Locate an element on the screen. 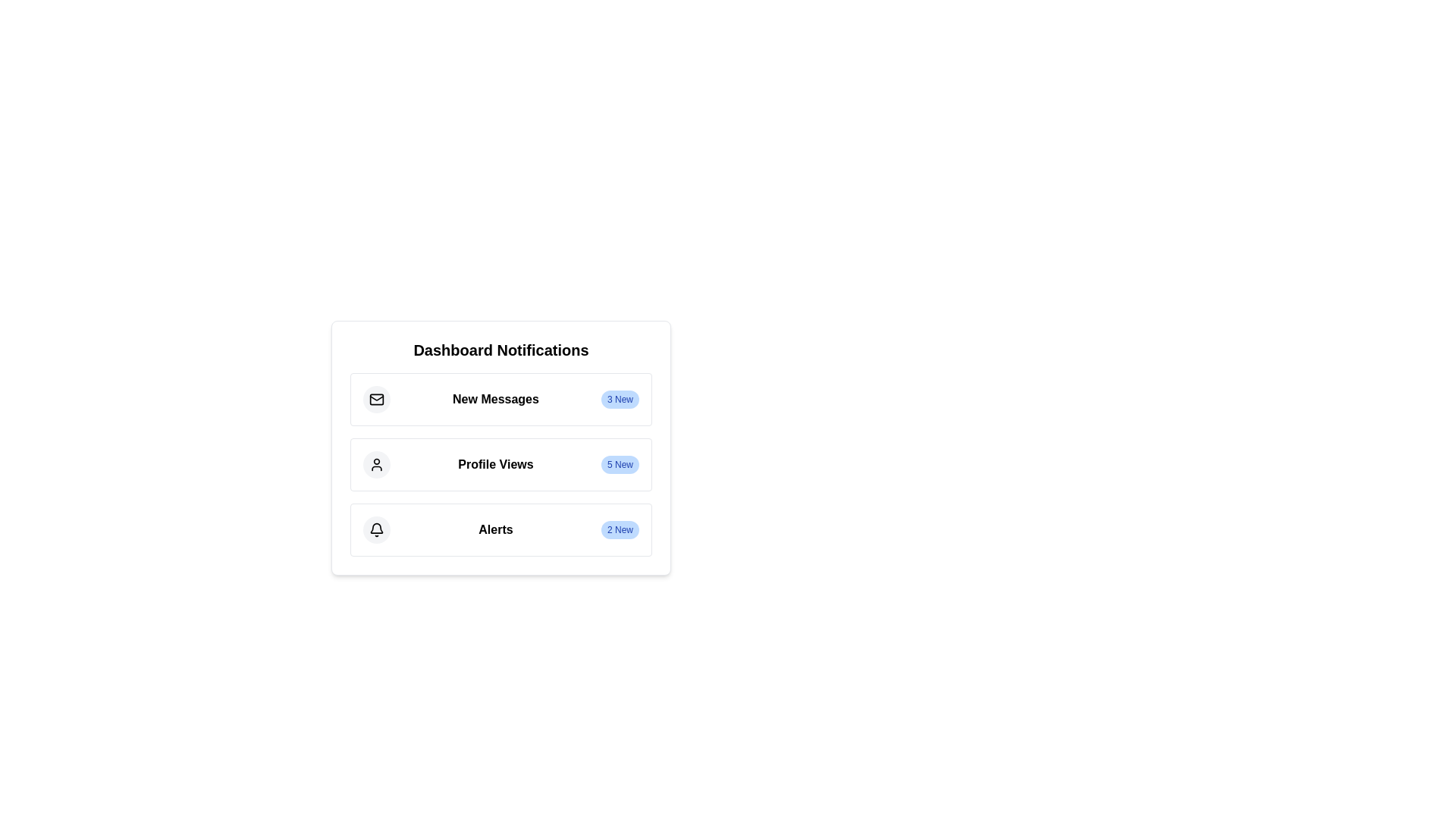  the text label displaying 'Alerts', which is styled in bold and positioned as the main text label for the third item in the notification list is located at coordinates (495, 529).